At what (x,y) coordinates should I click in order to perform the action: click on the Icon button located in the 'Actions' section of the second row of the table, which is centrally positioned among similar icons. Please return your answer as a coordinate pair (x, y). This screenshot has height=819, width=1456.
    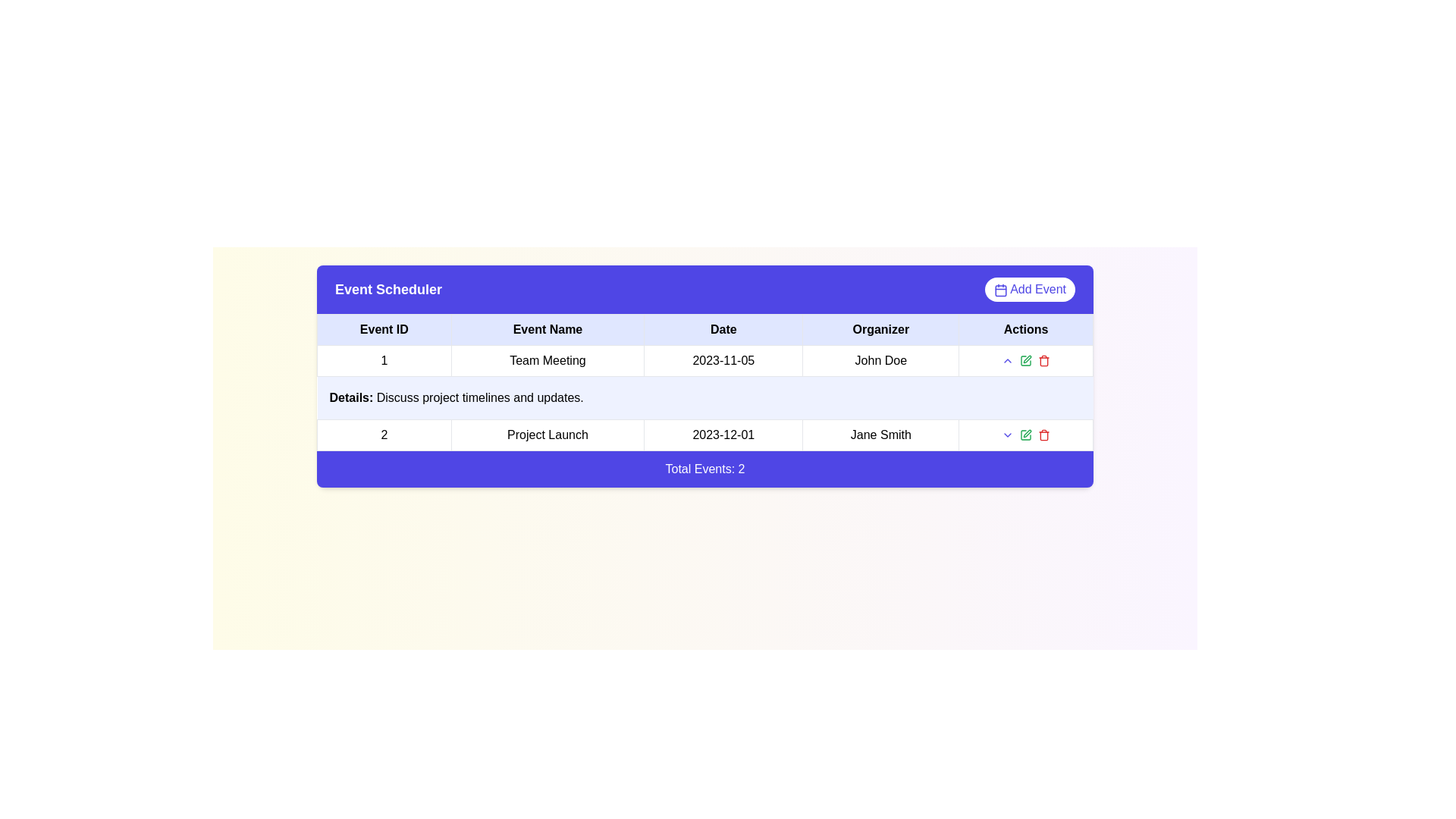
    Looking at the image, I should click on (1026, 435).